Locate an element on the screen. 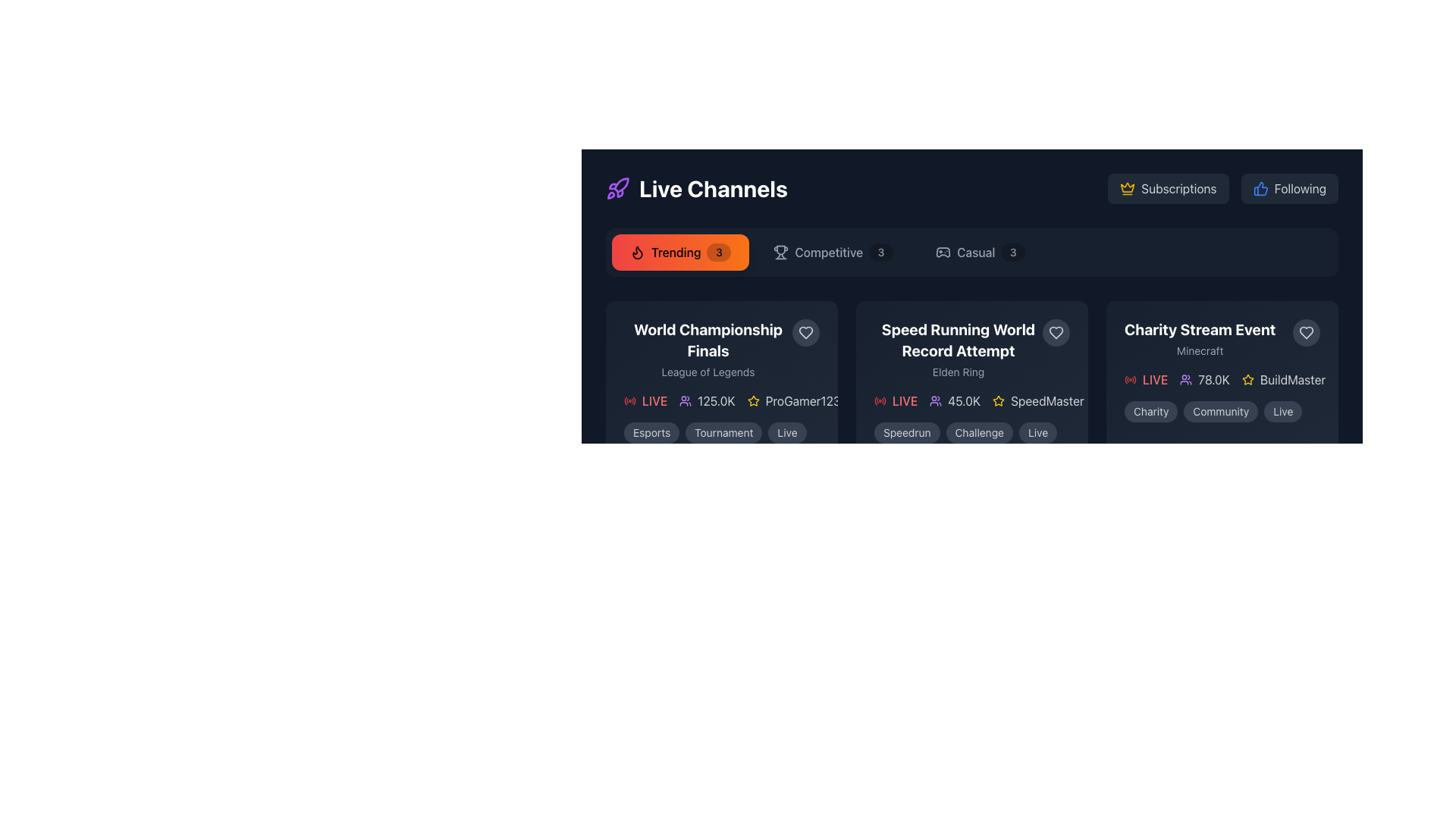 This screenshot has width=1456, height=819. the text block containing the title 'Speed Running World Record Attempt' and subtitle 'Elden Ring', located in the 'Live Channels' section, centered within its card area is located at coordinates (971, 350).